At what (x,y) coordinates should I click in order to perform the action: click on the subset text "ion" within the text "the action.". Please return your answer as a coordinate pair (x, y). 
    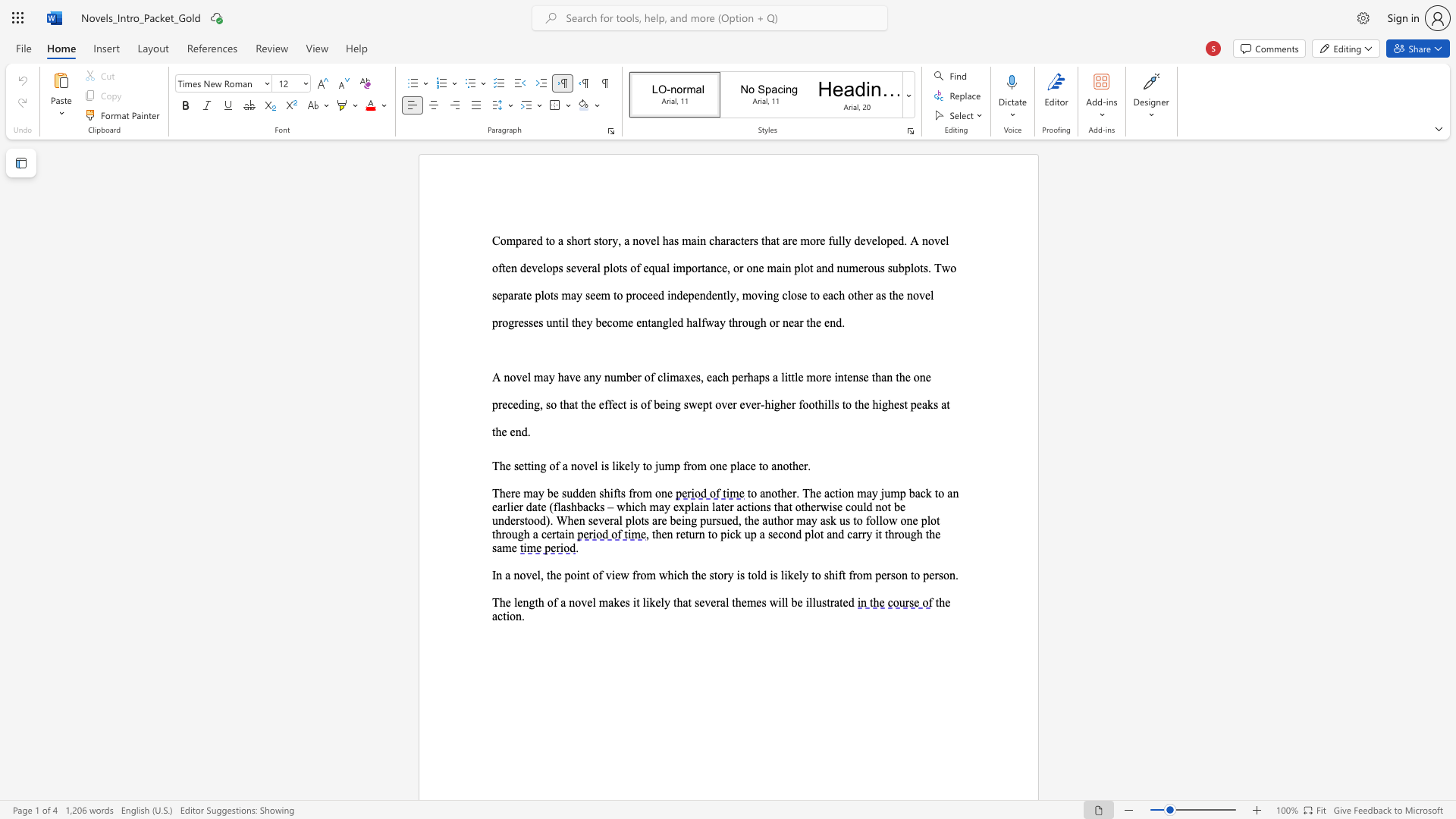
    Looking at the image, I should click on (506, 616).